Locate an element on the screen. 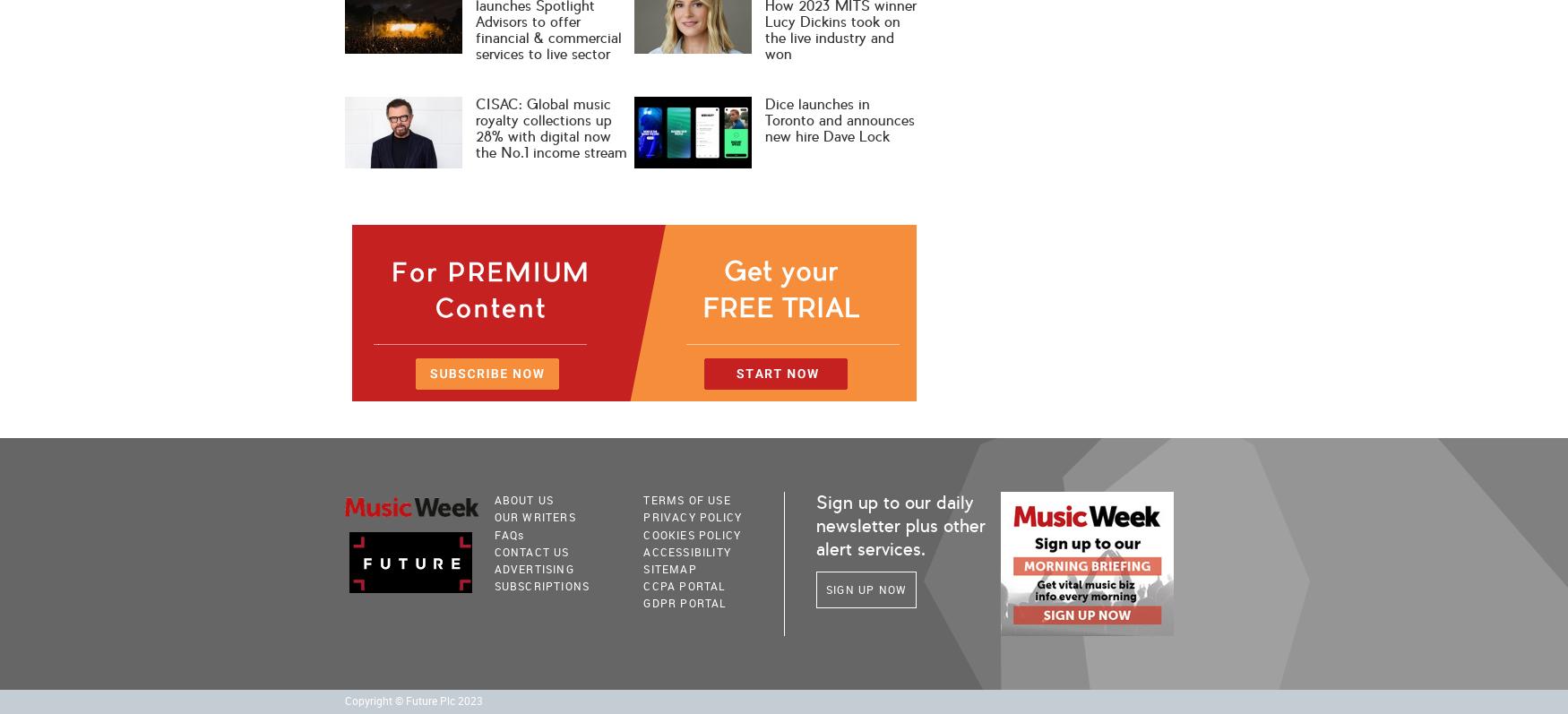  'Our Writers' is located at coordinates (534, 516).